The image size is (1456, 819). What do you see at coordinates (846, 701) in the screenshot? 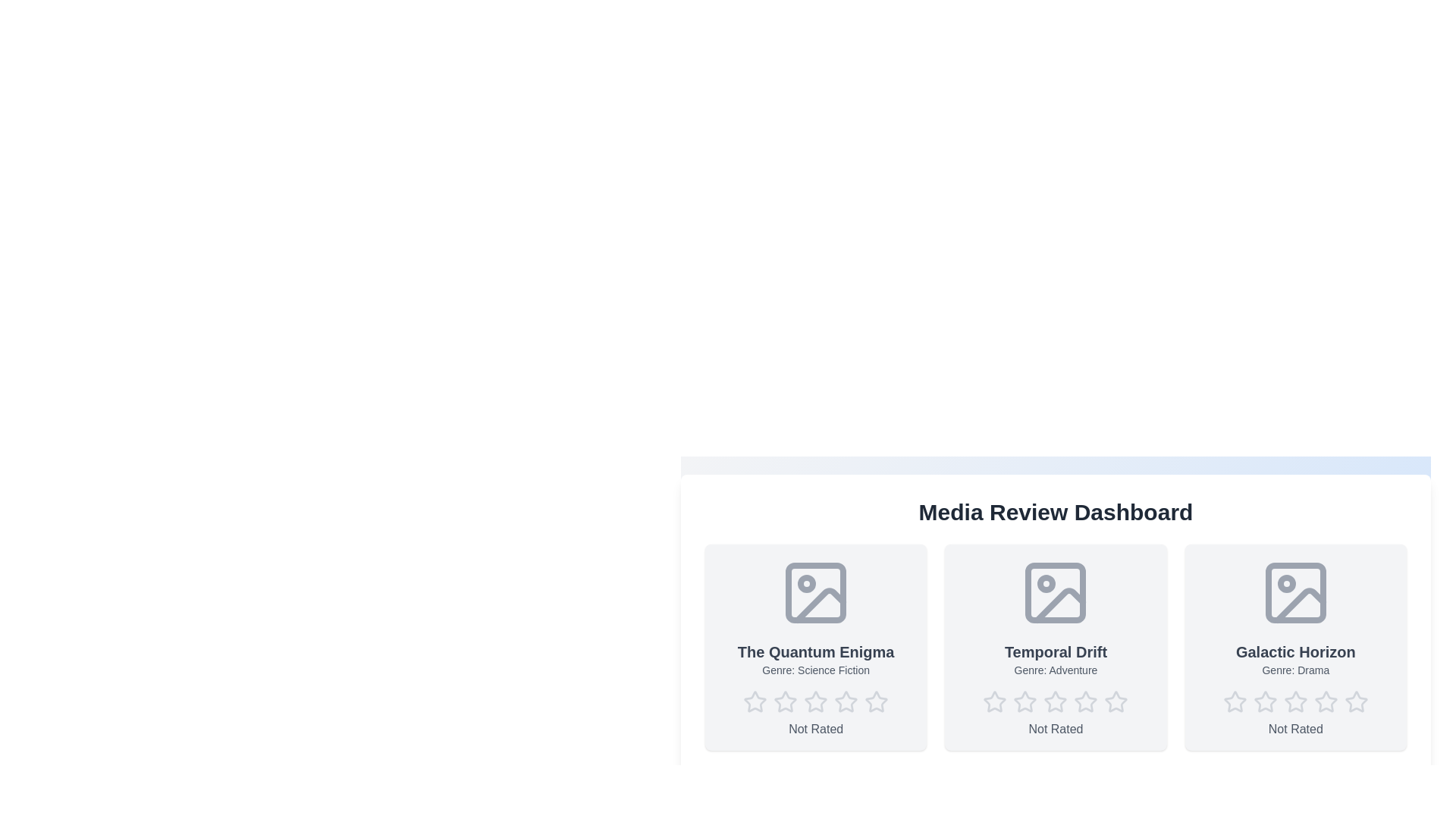
I see `the star corresponding to the desired rating 4 for the media item The Quantum Enigma` at bounding box center [846, 701].